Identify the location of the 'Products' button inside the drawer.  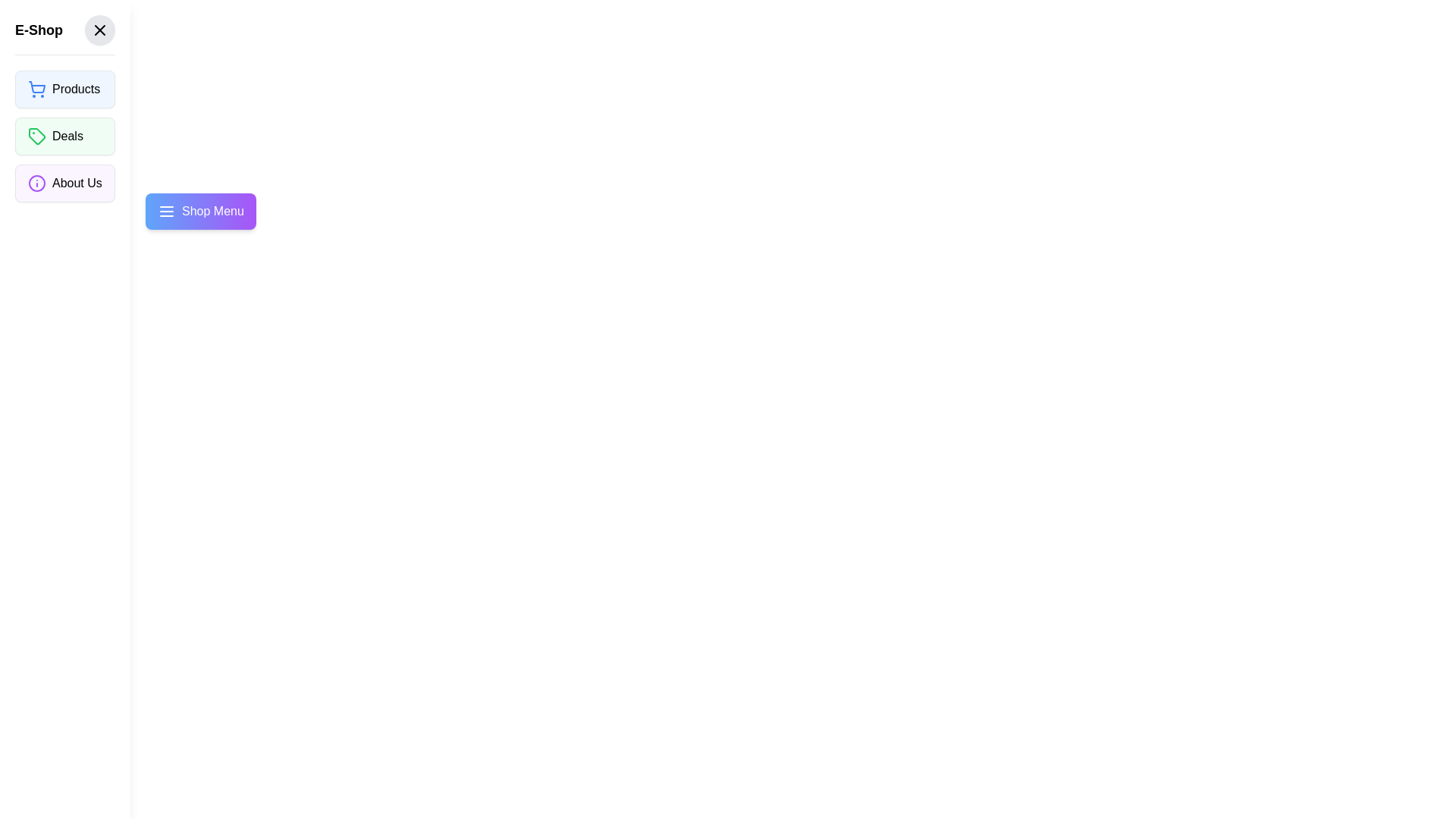
(64, 89).